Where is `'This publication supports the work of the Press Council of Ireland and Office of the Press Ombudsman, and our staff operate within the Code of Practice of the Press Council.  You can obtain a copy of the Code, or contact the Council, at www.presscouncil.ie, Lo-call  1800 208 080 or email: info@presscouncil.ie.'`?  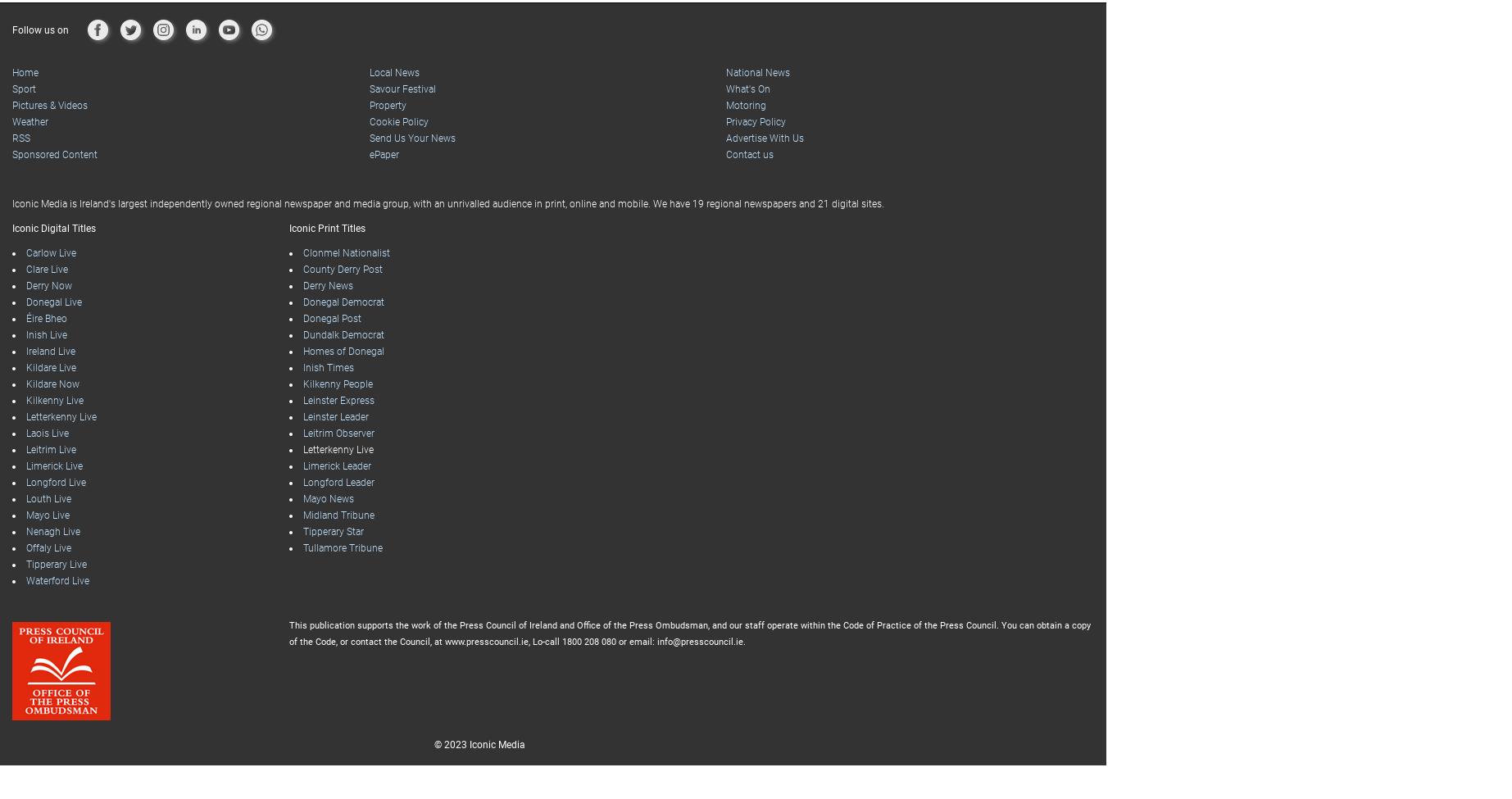
'This publication supports the work of the Press Council of Ireland and Office of the Press Ombudsman, and our staff operate within the Code of Practice of the Press Council.  You can obtain a copy of the Code, or contact the Council, at www.presscouncil.ie, Lo-call  1800 208 080 or email: info@presscouncil.ie.' is located at coordinates (688, 600).